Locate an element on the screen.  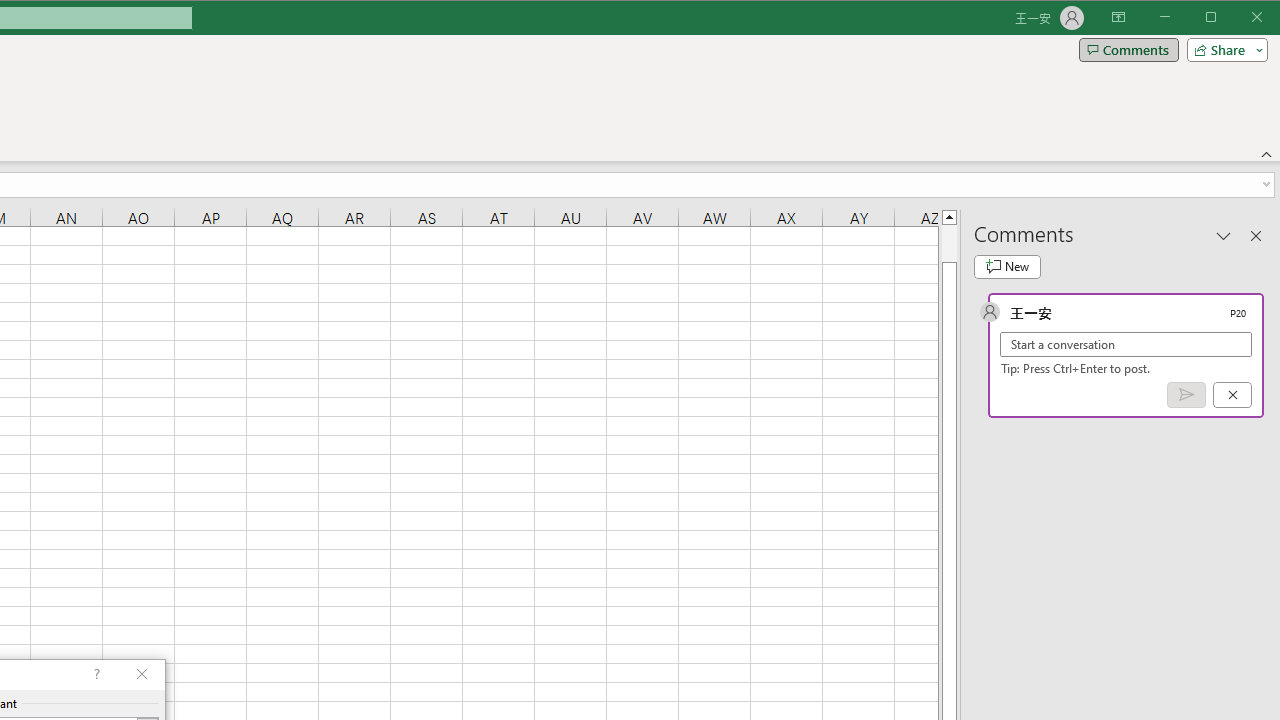
'Start a conversation' is located at coordinates (1126, 343).